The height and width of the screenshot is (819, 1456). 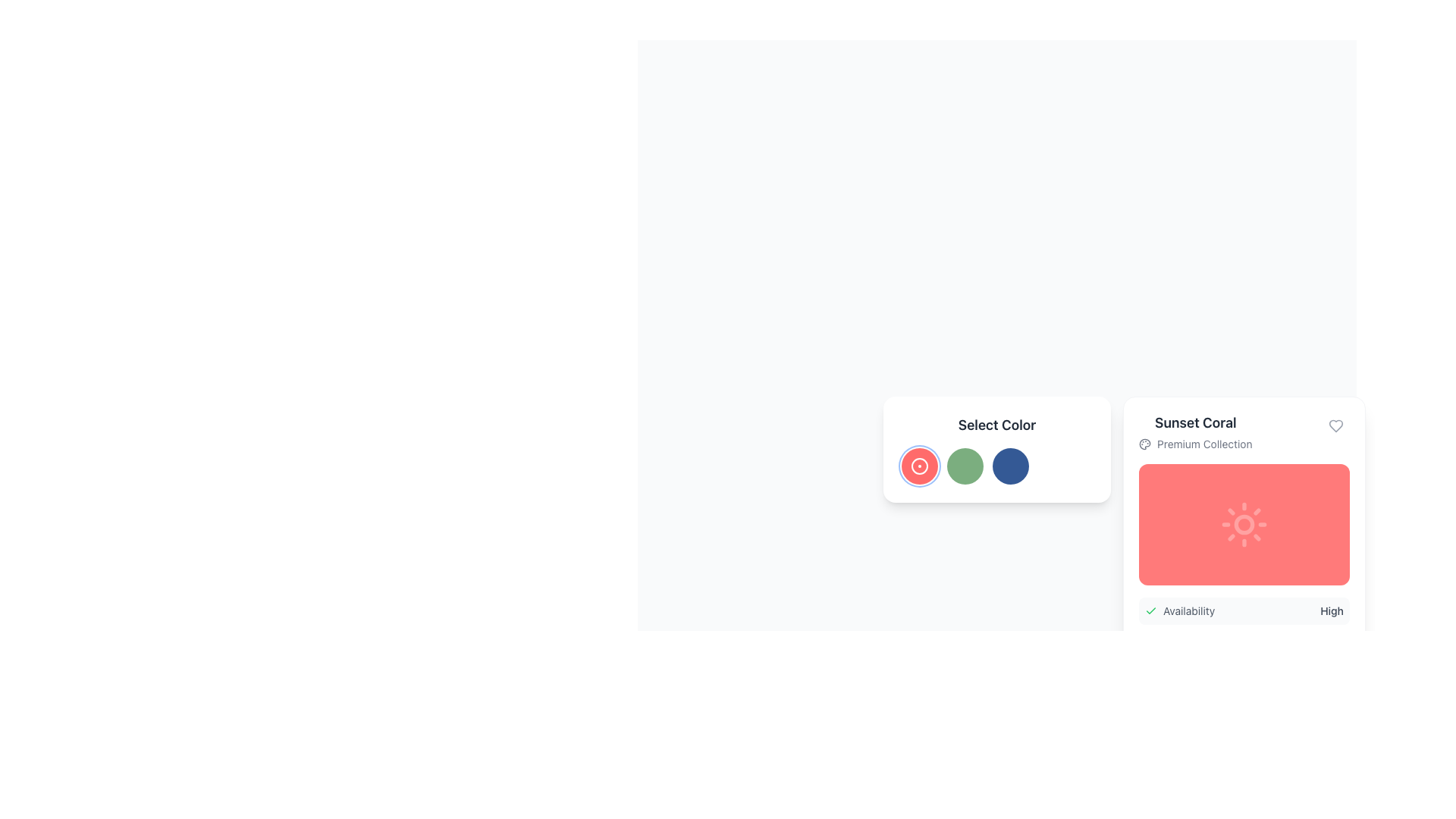 I want to click on the heart icon located at the top-right corner of the 'Sunset Coral' card, so click(x=1335, y=426).